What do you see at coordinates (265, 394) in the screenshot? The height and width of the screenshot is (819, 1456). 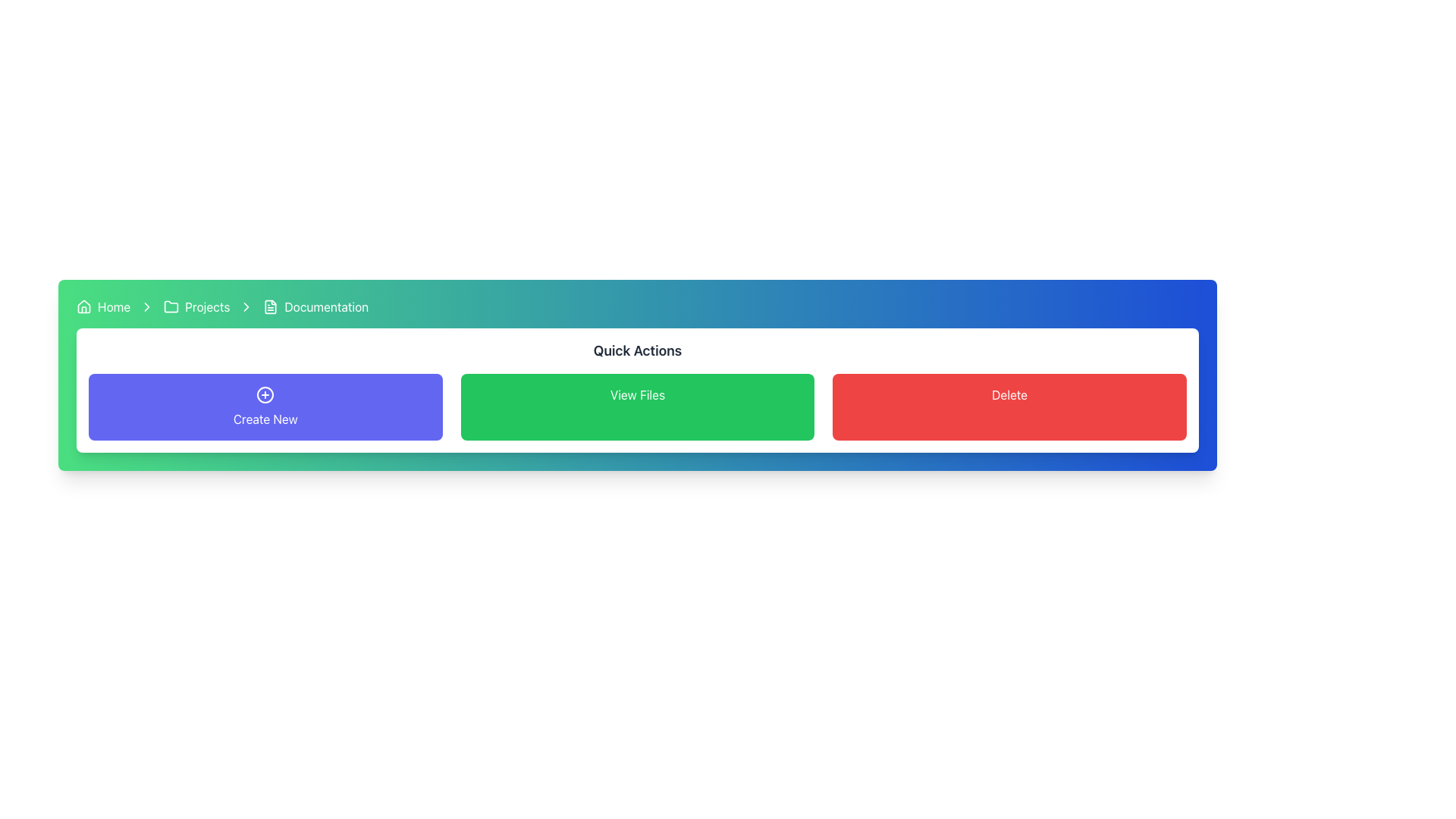 I see `the plus sign inside a circle graphical icon on the 'Create New' button, which is the leftmost button in the Quick Actions section` at bounding box center [265, 394].